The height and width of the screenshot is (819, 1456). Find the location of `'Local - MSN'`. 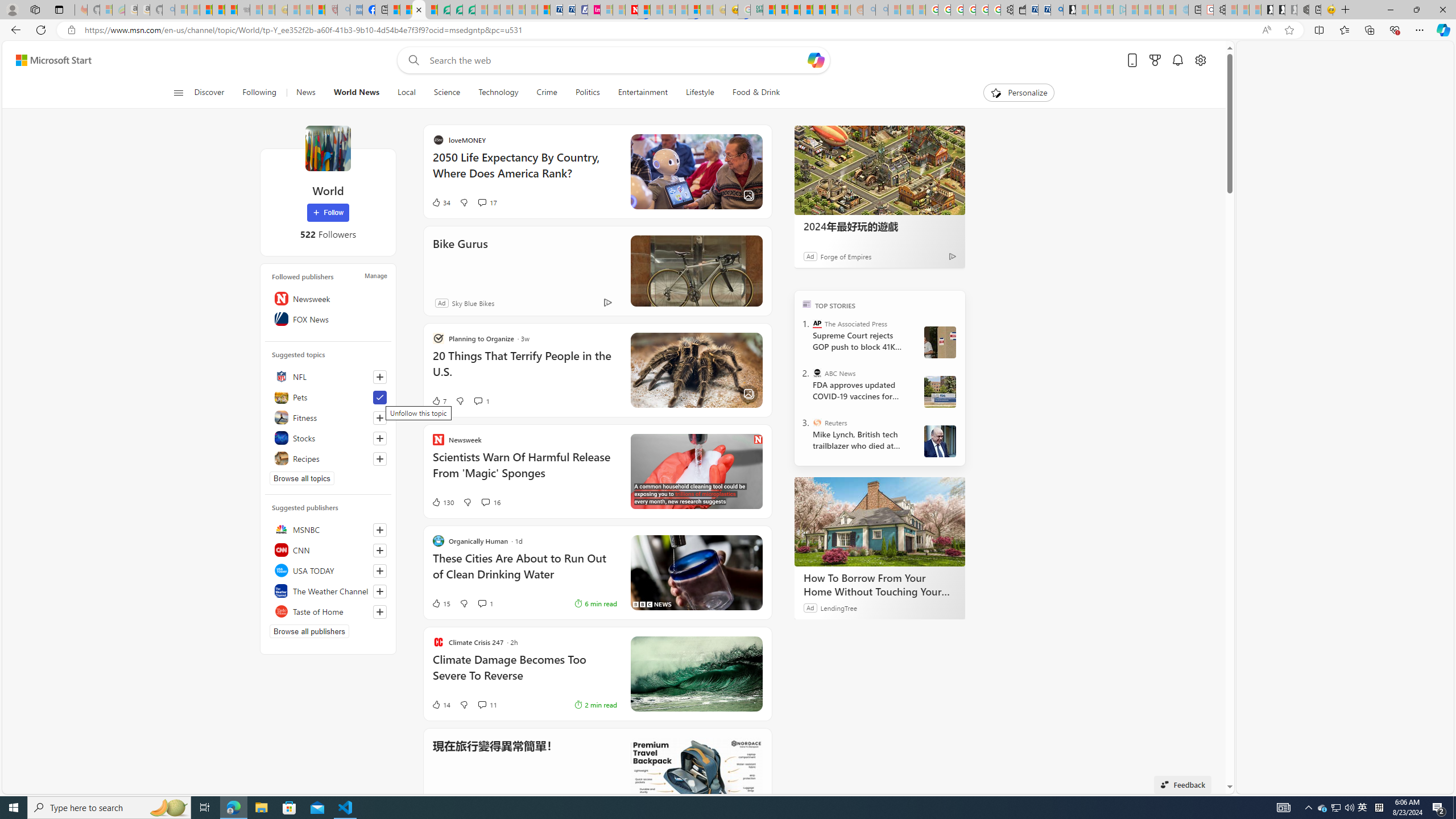

'Local - MSN' is located at coordinates (318, 9).